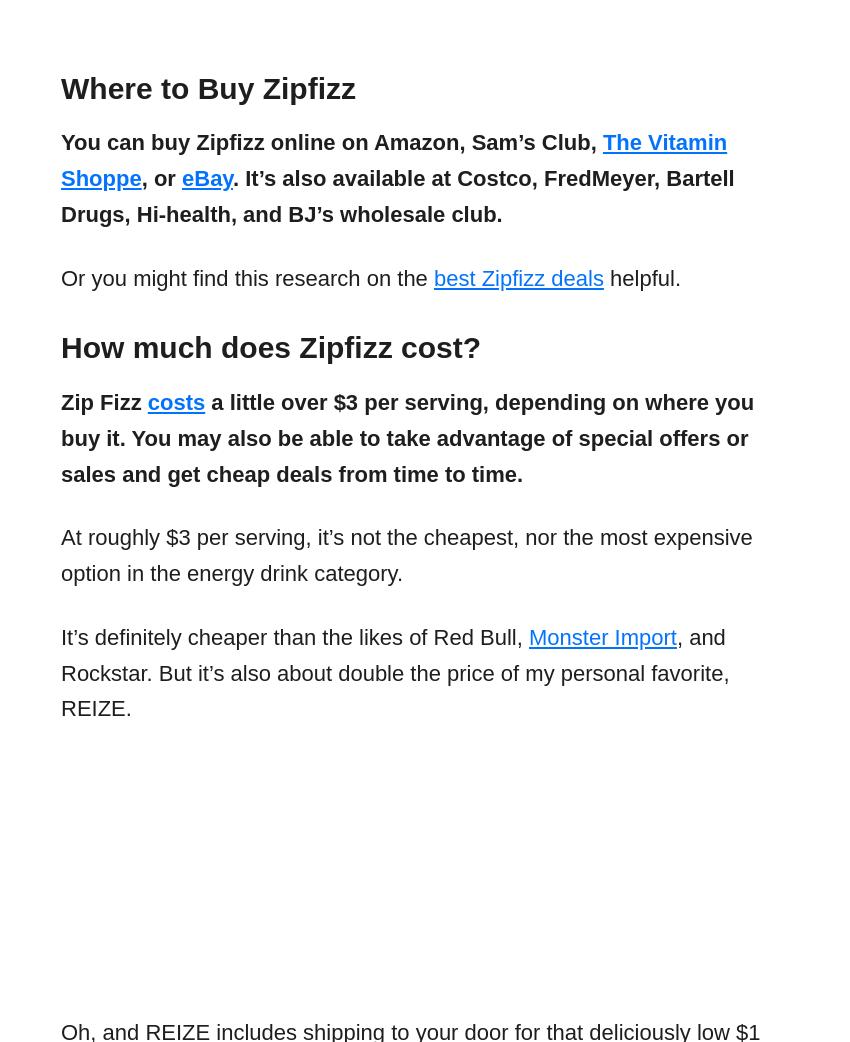 Image resolution: width=850 pixels, height=1042 pixels. I want to click on 'How much does Zipfizz cost?', so click(269, 347).